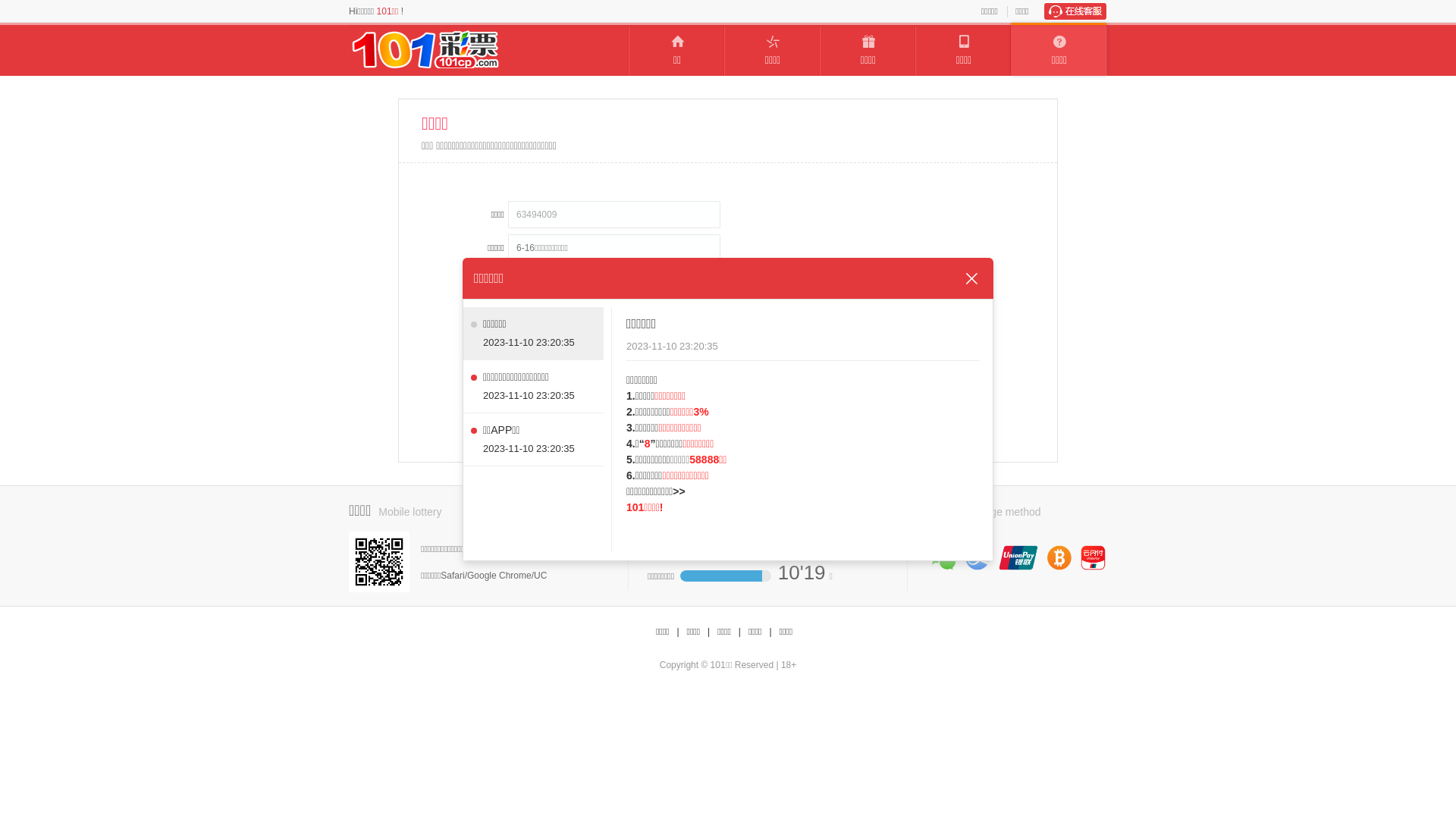  Describe the element at coordinates (676, 632) in the screenshot. I see `'|'` at that location.